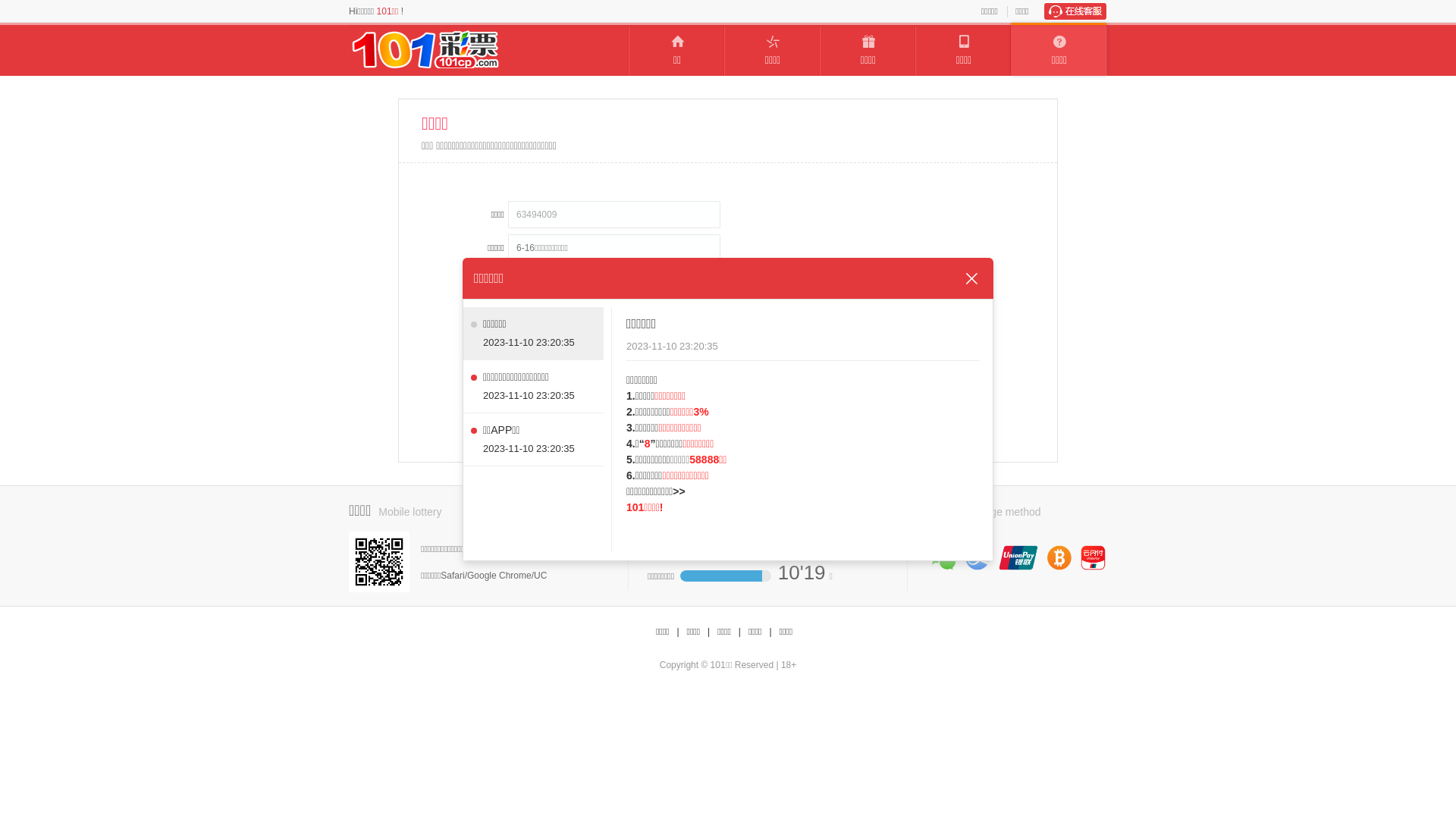  Describe the element at coordinates (676, 632) in the screenshot. I see `'|'` at that location.